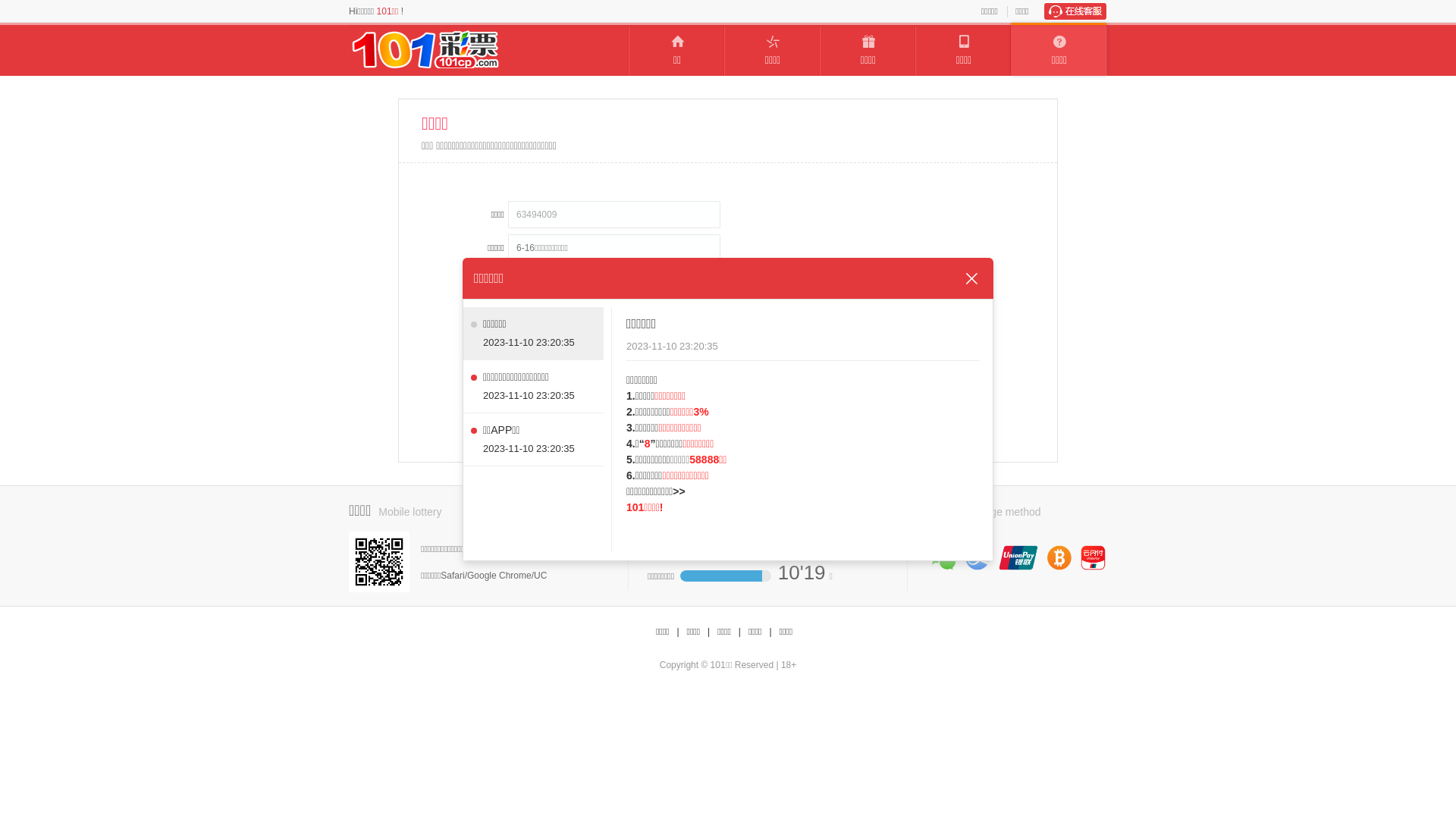  Describe the element at coordinates (676, 632) in the screenshot. I see `'|'` at that location.